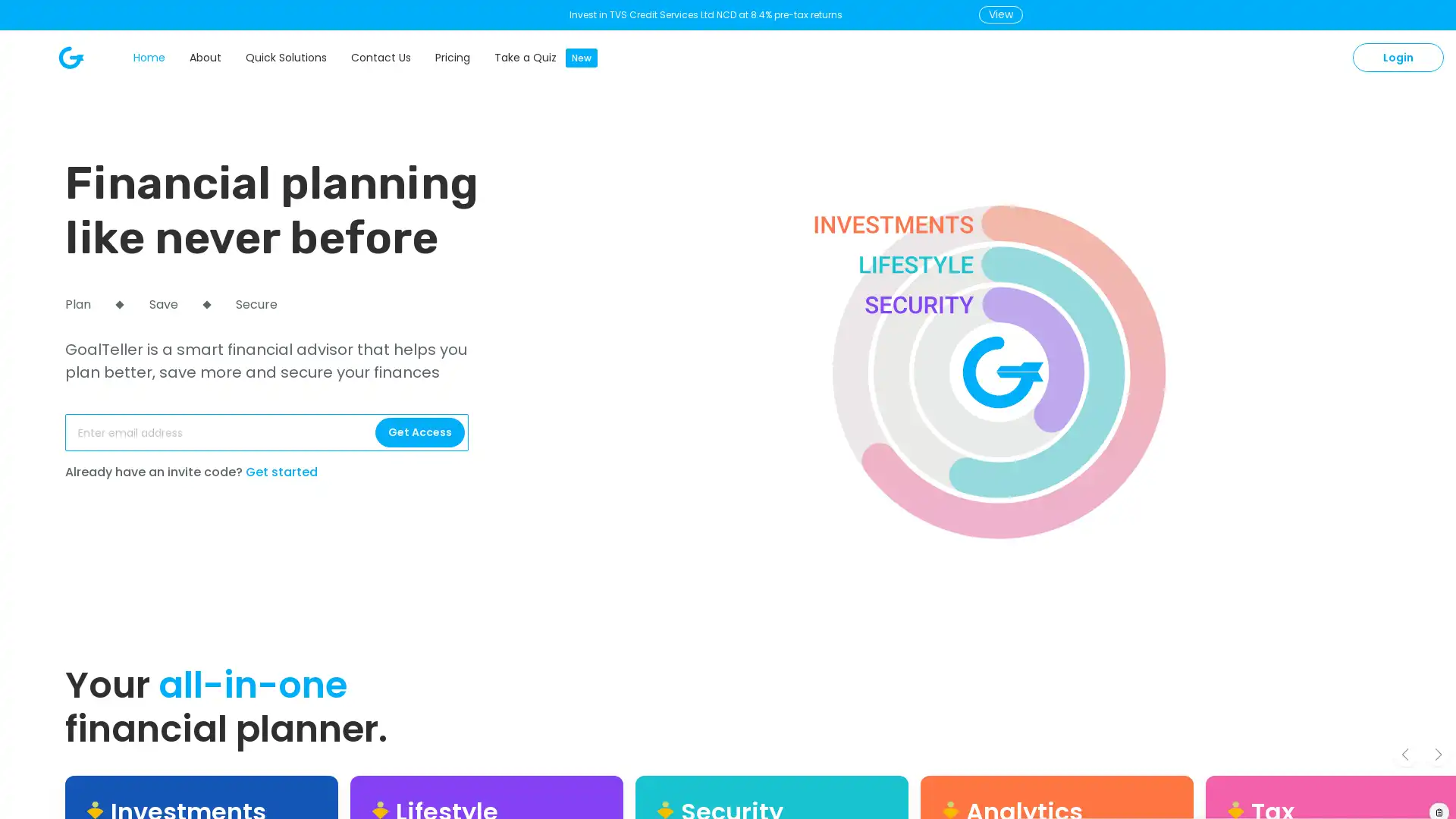  Describe the element at coordinates (1404, 754) in the screenshot. I see `Previous slide` at that location.